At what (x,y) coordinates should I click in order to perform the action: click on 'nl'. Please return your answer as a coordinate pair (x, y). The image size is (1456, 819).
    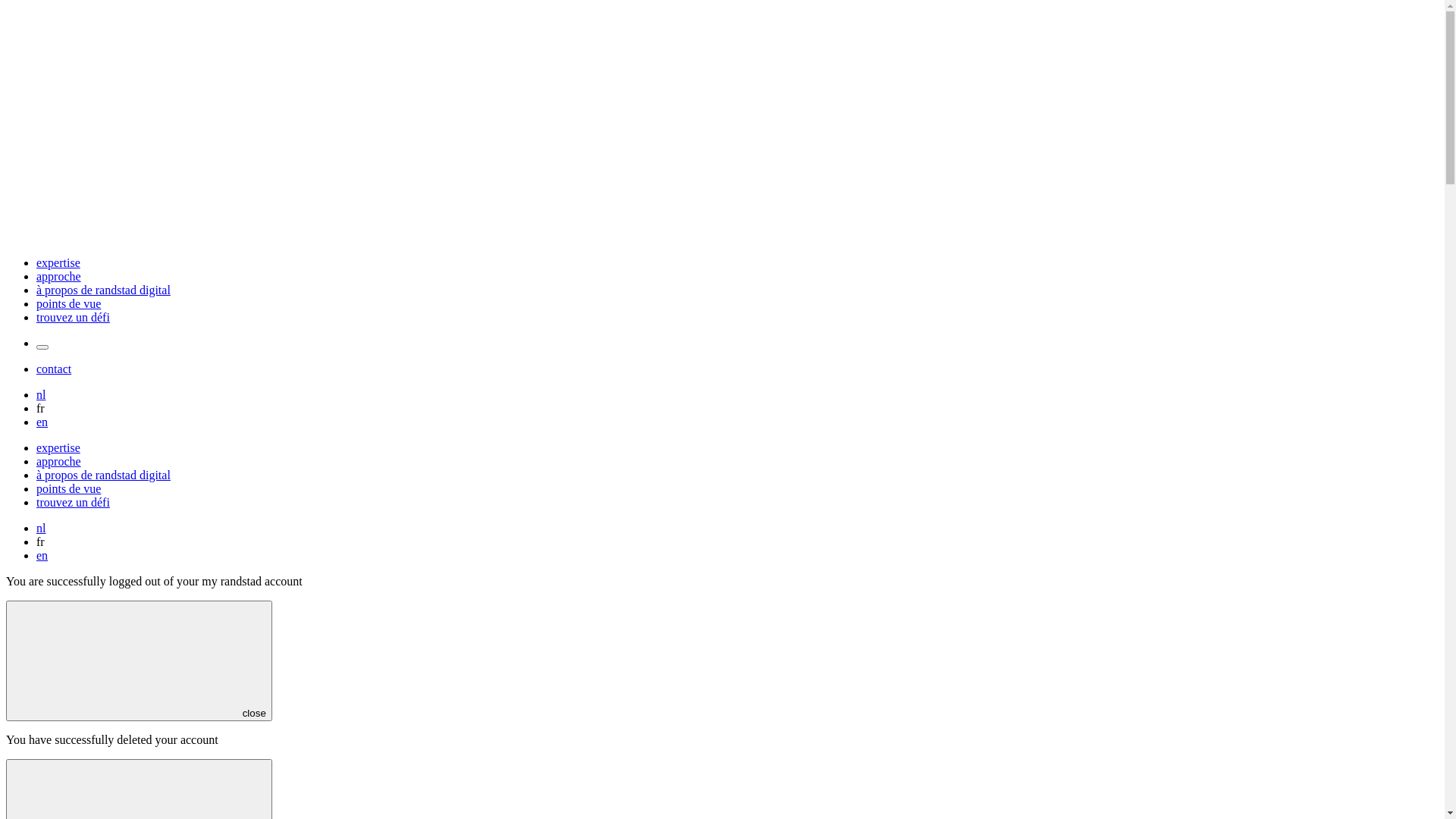
    Looking at the image, I should click on (40, 527).